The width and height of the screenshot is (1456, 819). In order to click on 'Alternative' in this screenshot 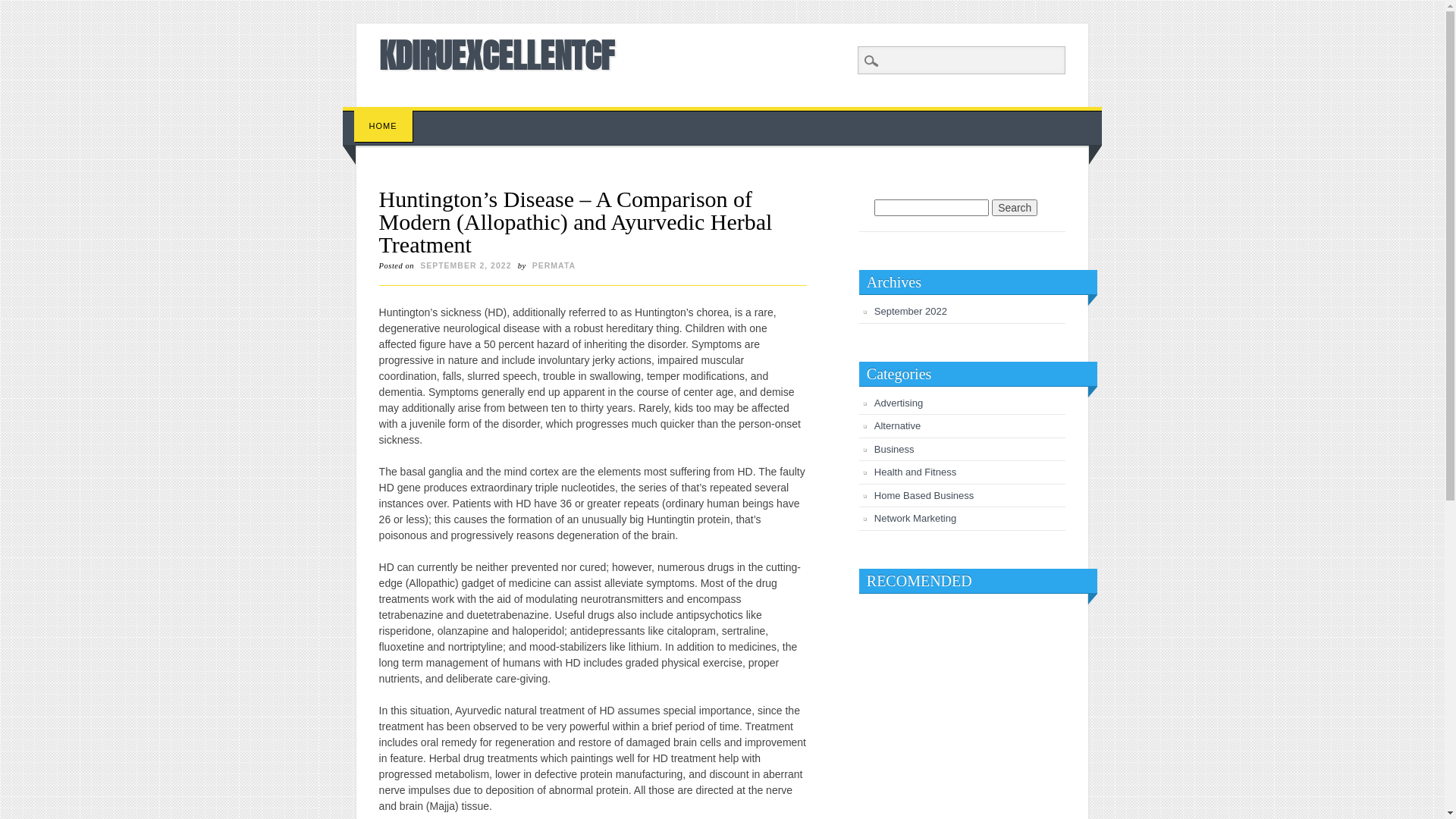, I will do `click(874, 425)`.